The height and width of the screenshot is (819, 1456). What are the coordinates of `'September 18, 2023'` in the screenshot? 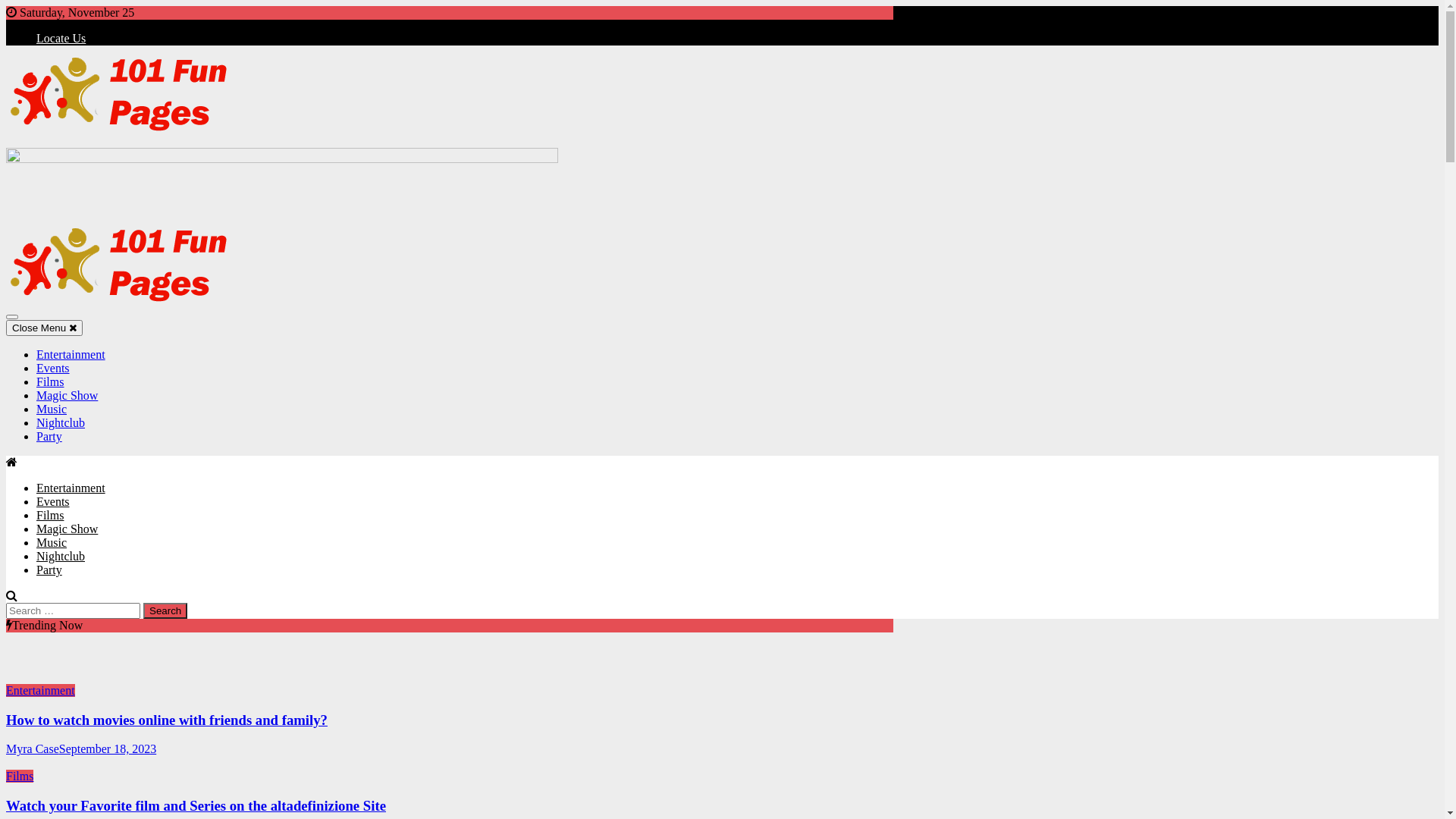 It's located at (58, 748).